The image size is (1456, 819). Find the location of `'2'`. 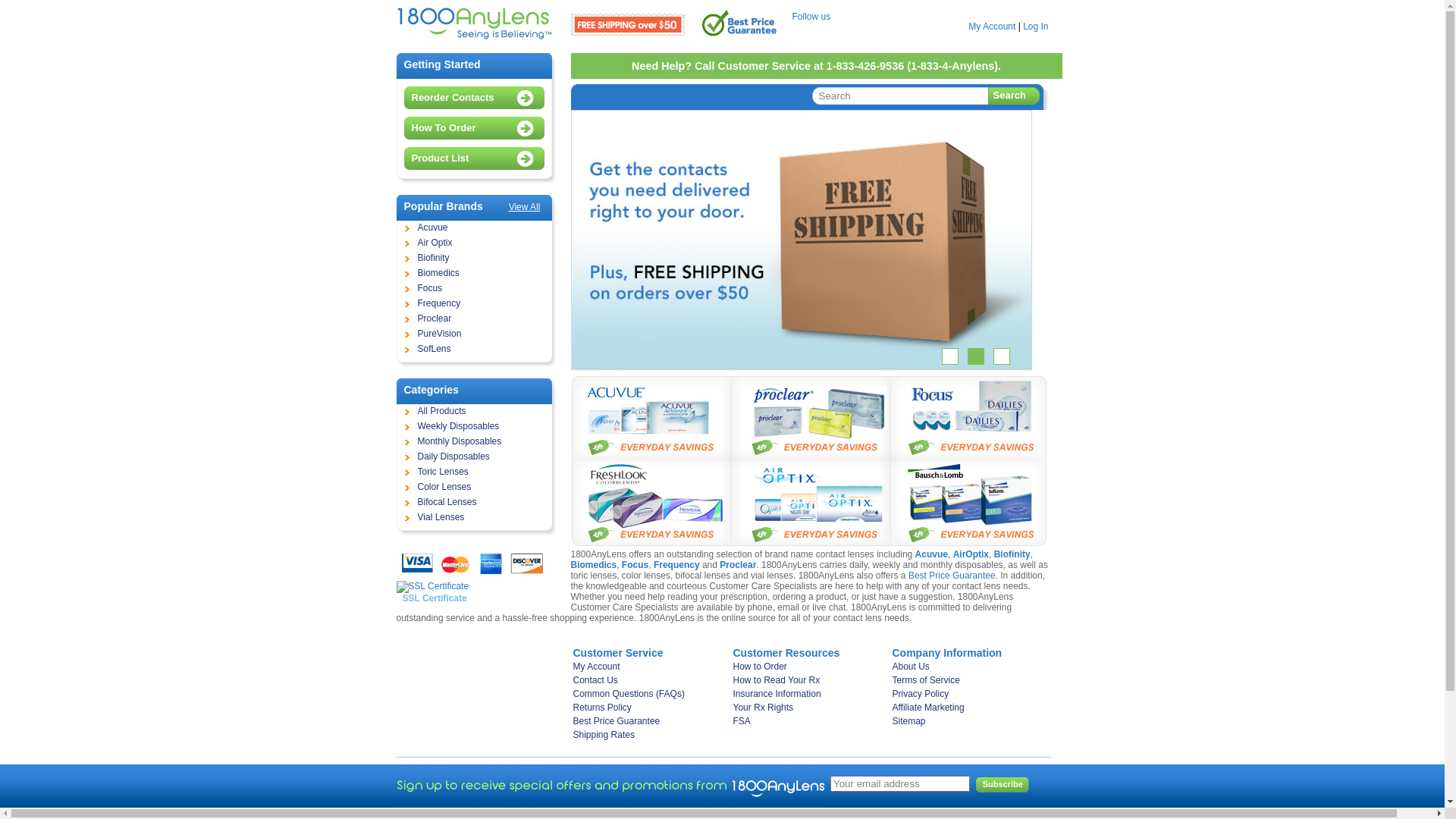

'2' is located at coordinates (967, 356).